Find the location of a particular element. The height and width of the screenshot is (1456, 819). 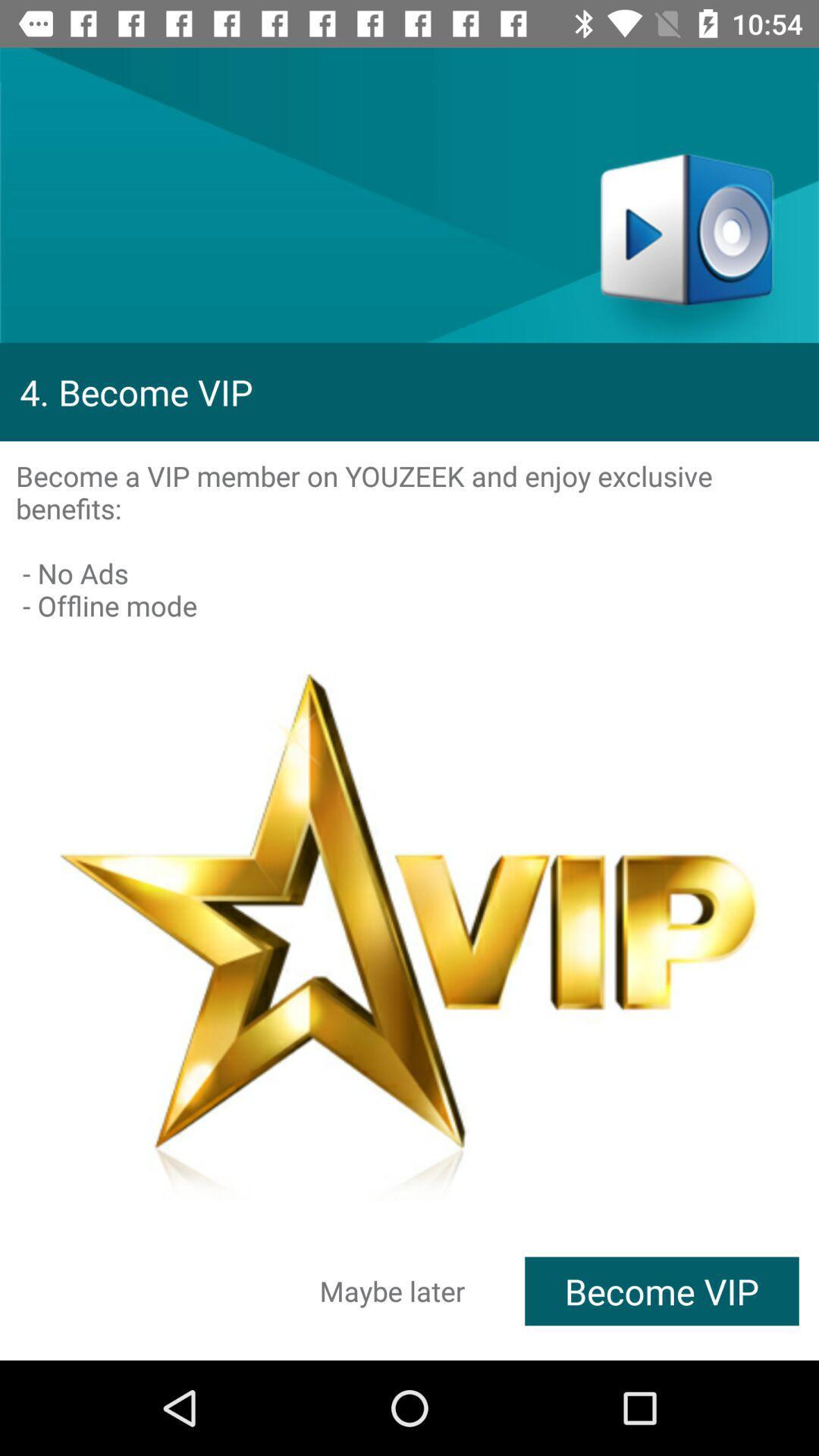

the maybe later icon is located at coordinates (391, 1290).